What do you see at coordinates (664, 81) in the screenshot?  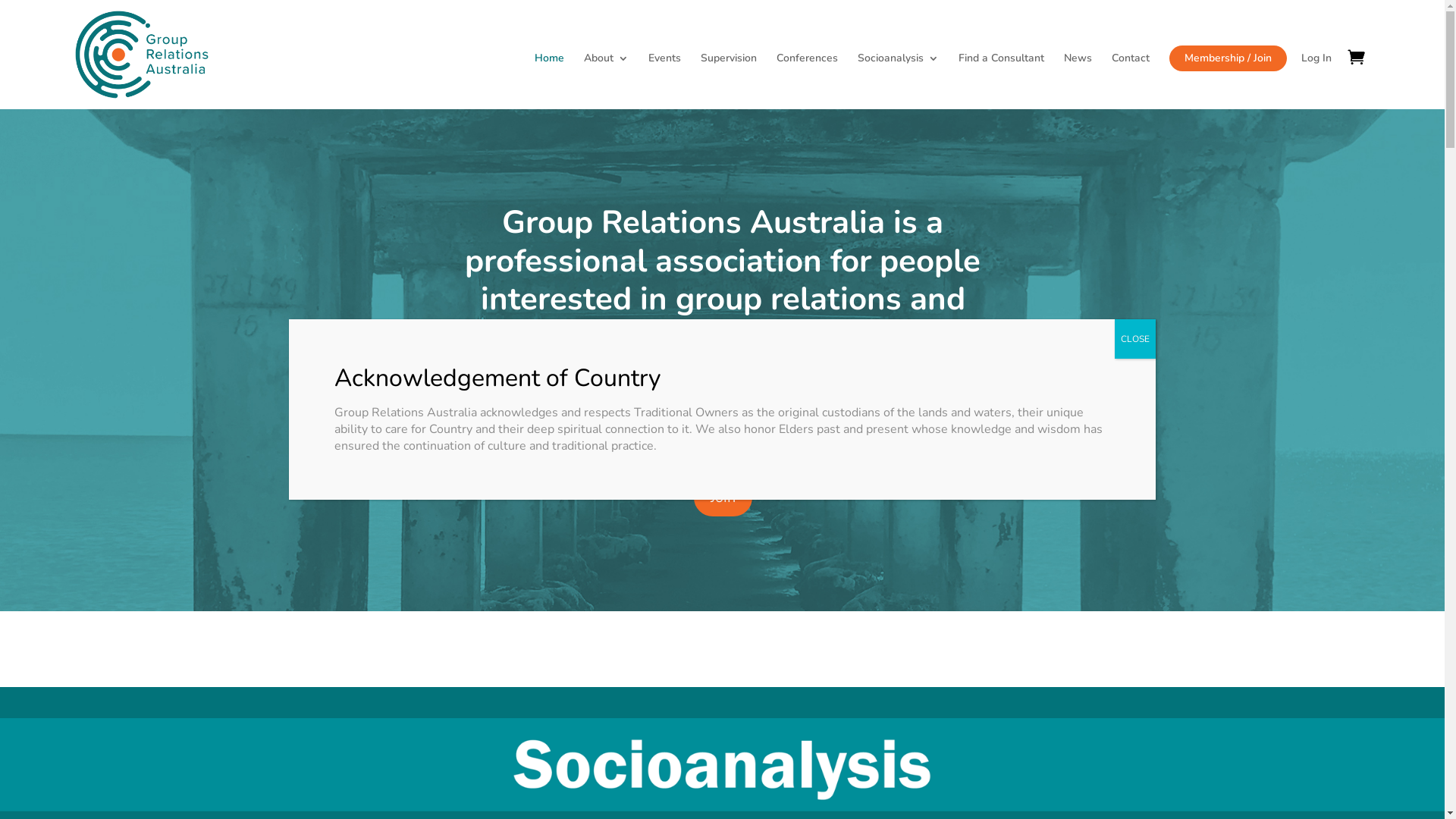 I see `'Events'` at bounding box center [664, 81].